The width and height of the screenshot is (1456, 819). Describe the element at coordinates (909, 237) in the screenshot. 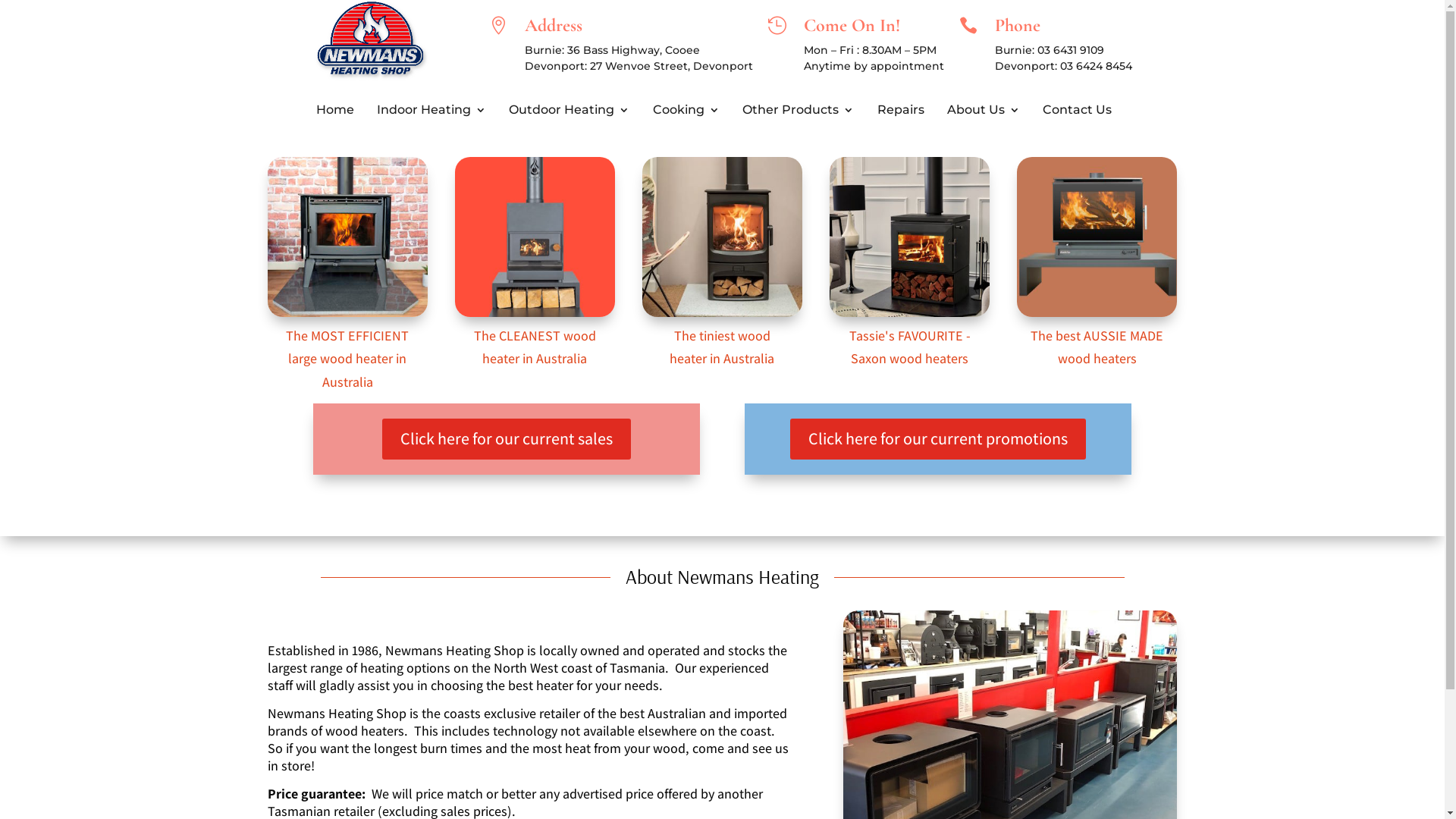

I see `'Saxon Black'` at that location.